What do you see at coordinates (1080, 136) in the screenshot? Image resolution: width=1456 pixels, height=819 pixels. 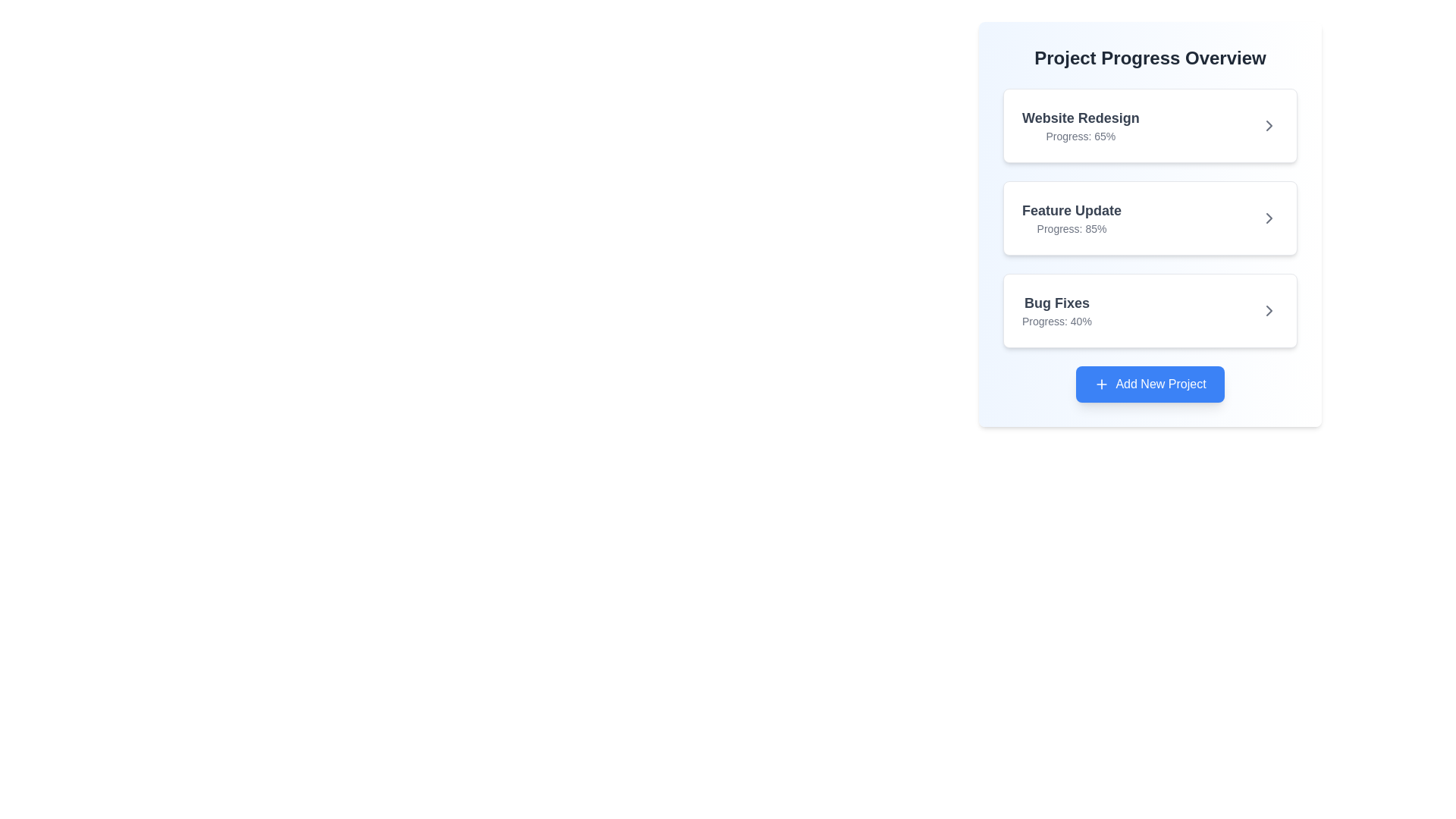 I see `the text label displaying 'Progress: 65%' located below 'Website Redesign' in the project card under 'Project Progress Overview'` at bounding box center [1080, 136].